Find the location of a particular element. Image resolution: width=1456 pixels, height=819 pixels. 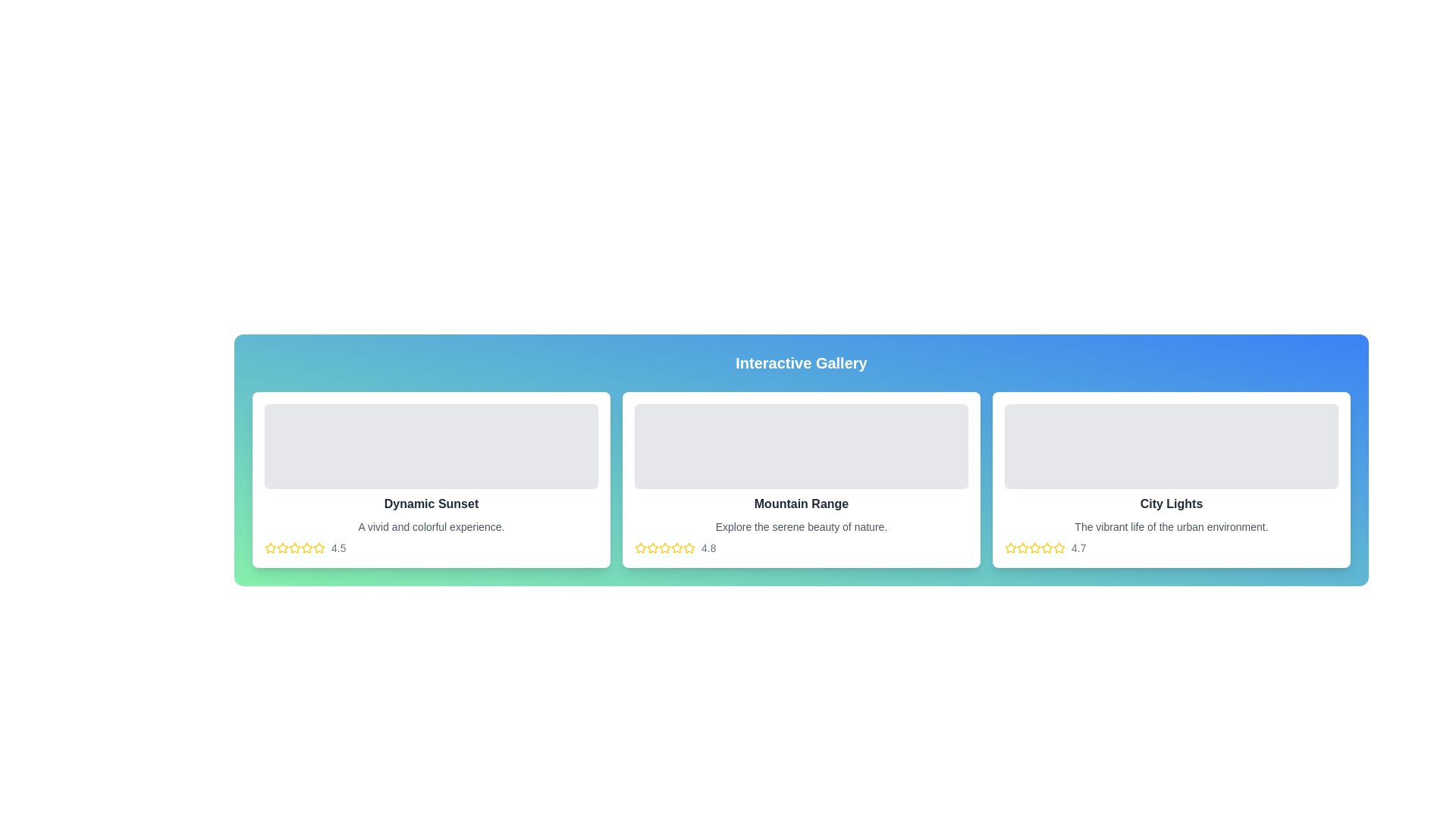

the star icon, which is the first in a horizontal sequence located below the text 'Mountain Range' within the rightmost content card is located at coordinates (640, 548).